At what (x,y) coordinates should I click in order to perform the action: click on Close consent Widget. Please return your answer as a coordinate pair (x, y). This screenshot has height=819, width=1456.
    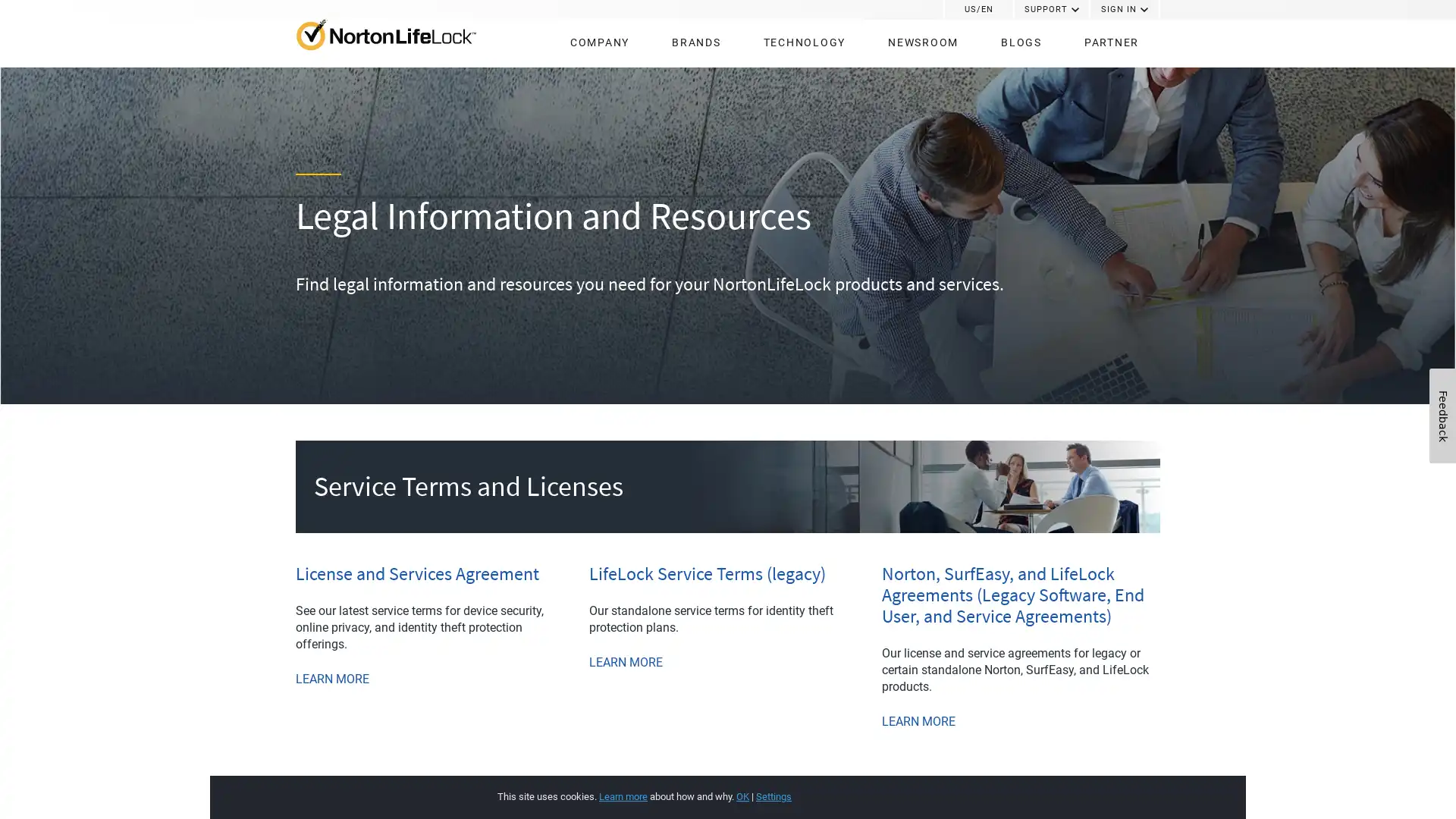
    Looking at the image, I should click on (1125, 780).